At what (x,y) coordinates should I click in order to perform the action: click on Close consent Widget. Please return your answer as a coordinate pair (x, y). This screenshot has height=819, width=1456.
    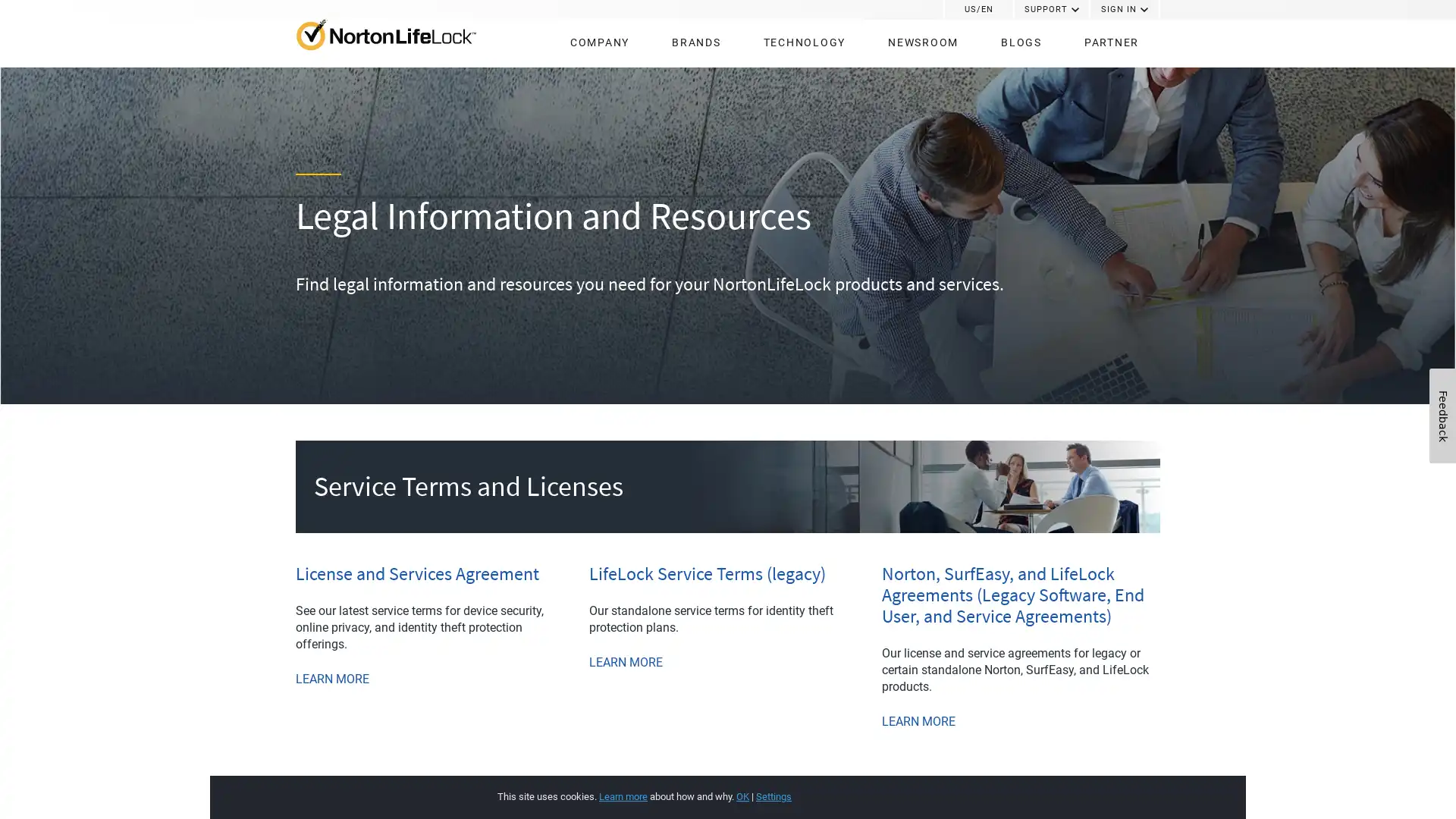
    Looking at the image, I should click on (1125, 780).